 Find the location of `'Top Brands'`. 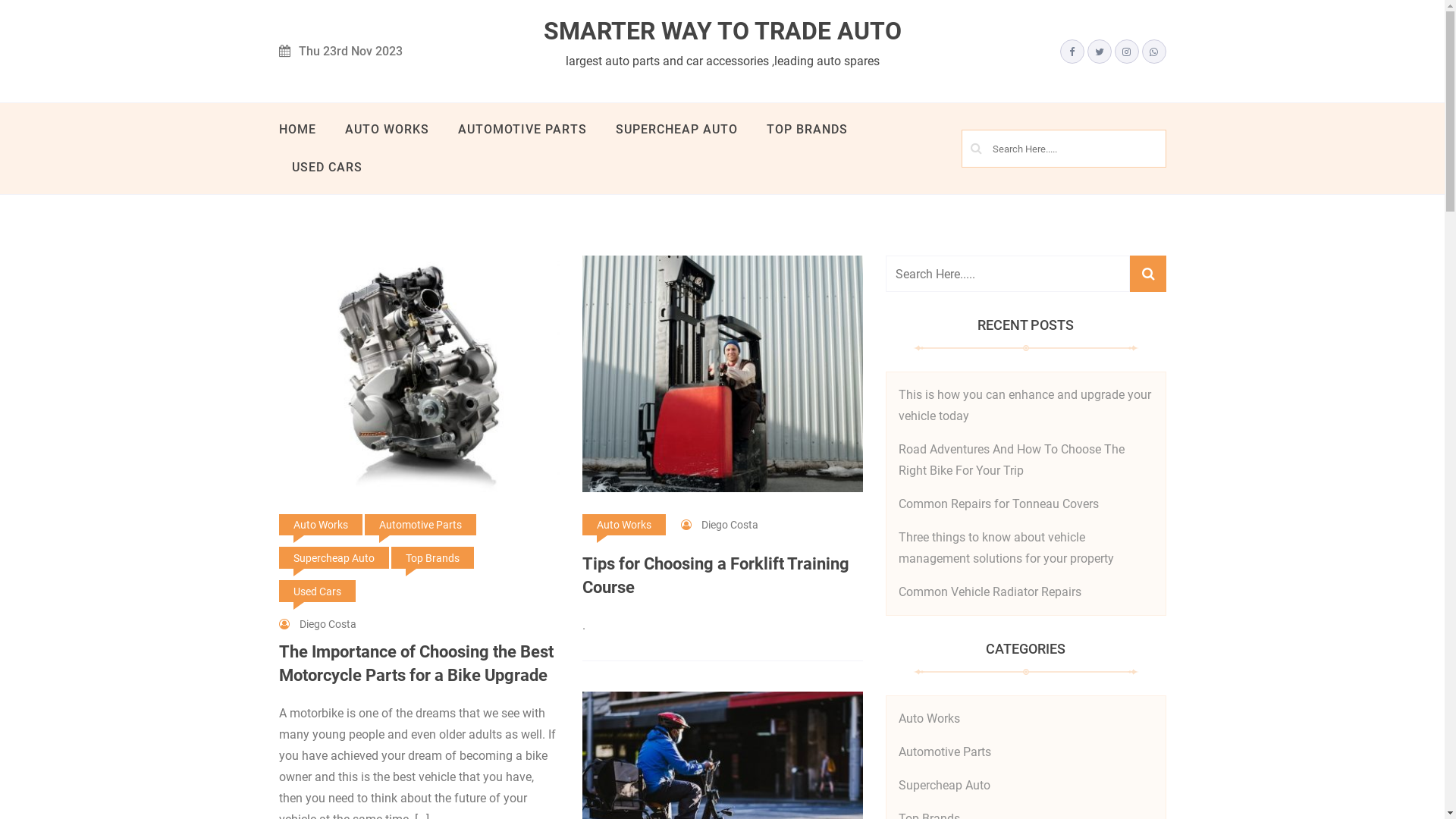

'Top Brands' is located at coordinates (431, 557).